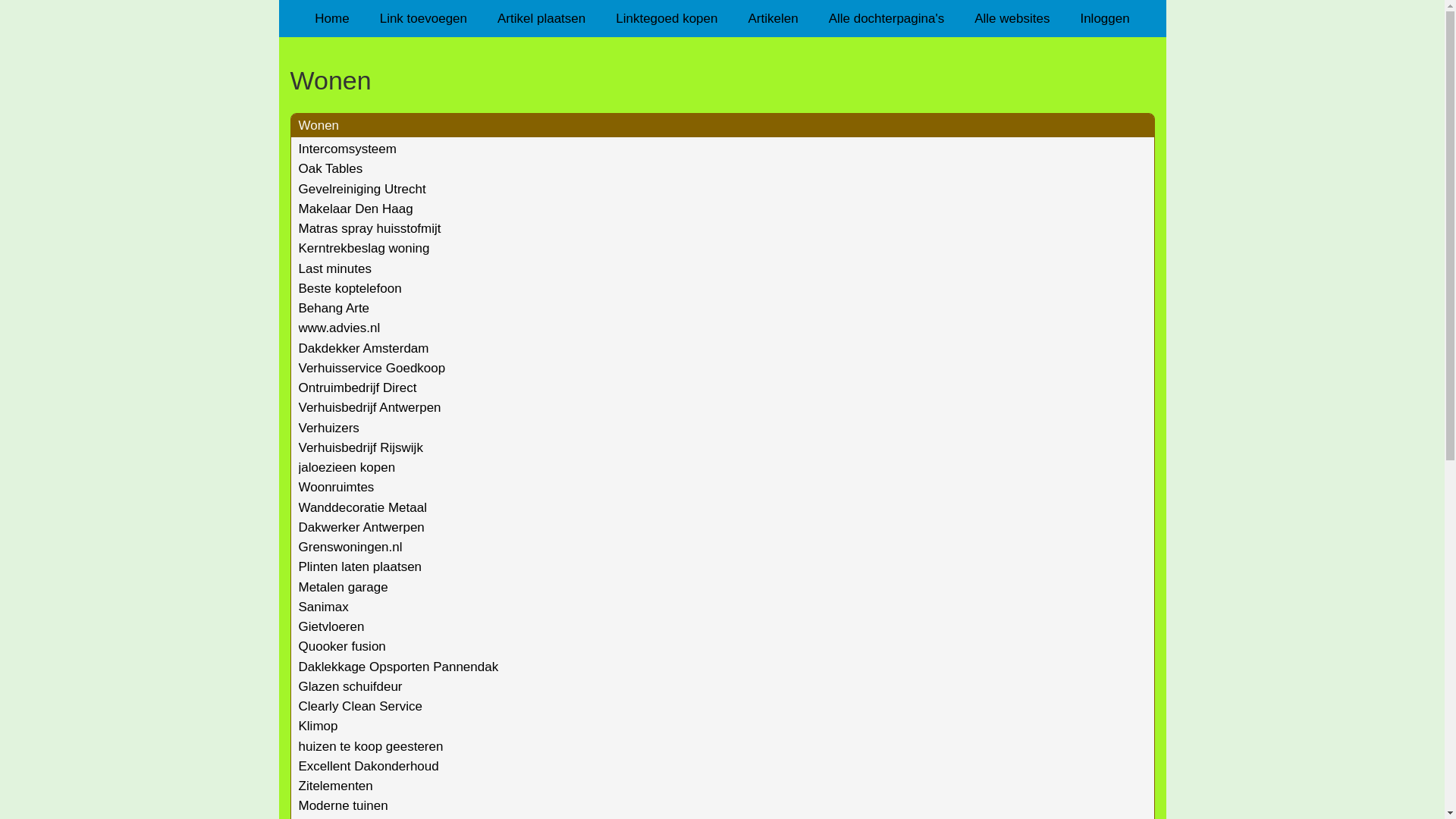 This screenshot has height=819, width=1456. Describe the element at coordinates (1104, 18) in the screenshot. I see `'Inloggen'` at that location.